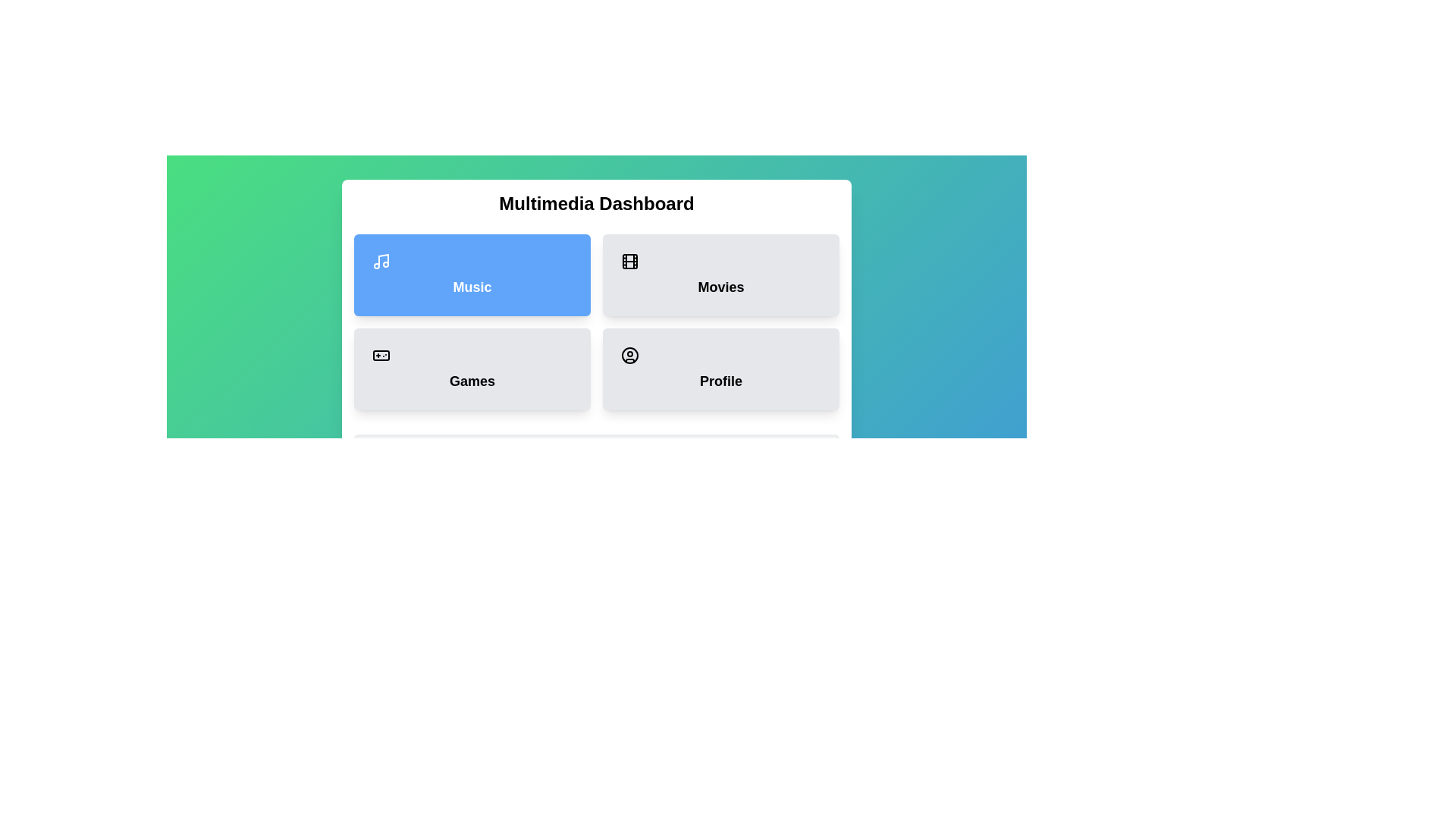 This screenshot has height=819, width=1456. I want to click on the Music button to display its description, so click(472, 275).